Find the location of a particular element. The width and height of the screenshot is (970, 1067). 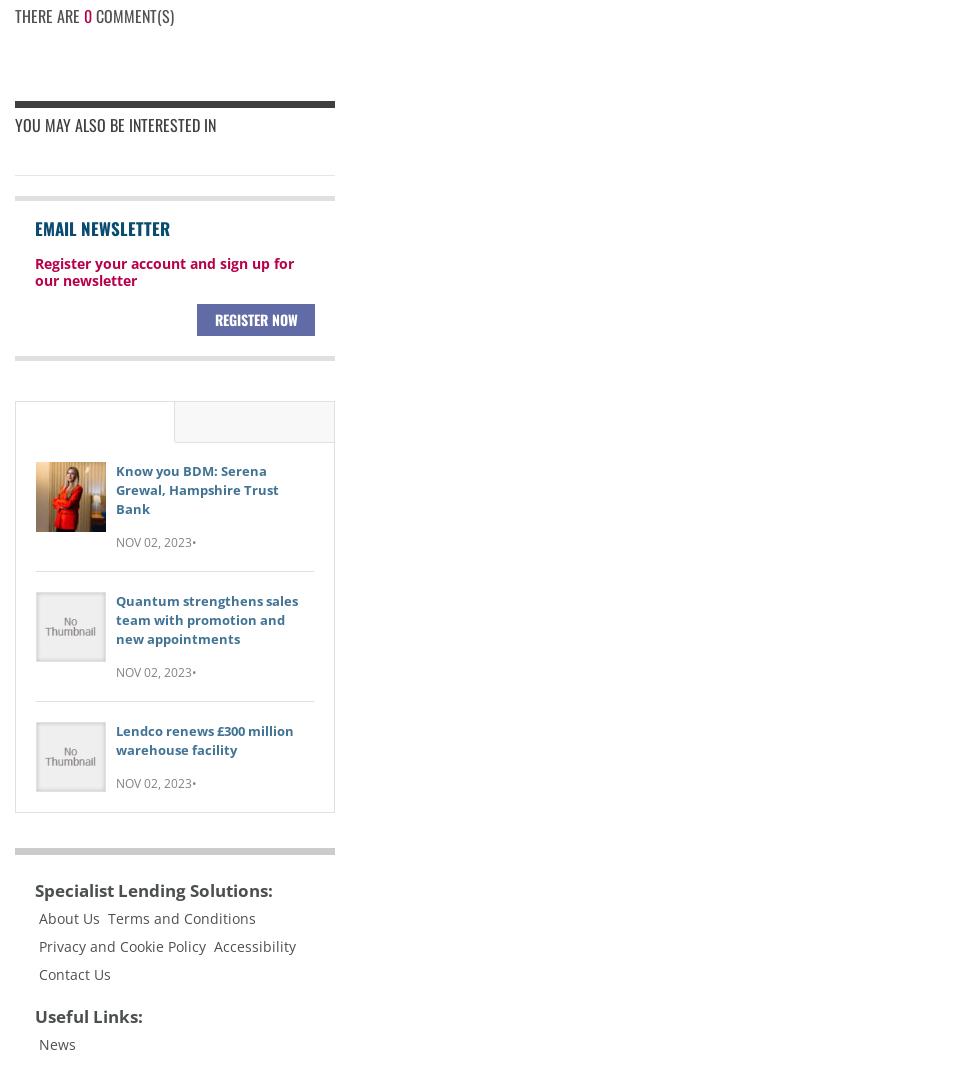

'Contact Us' is located at coordinates (73, 973).